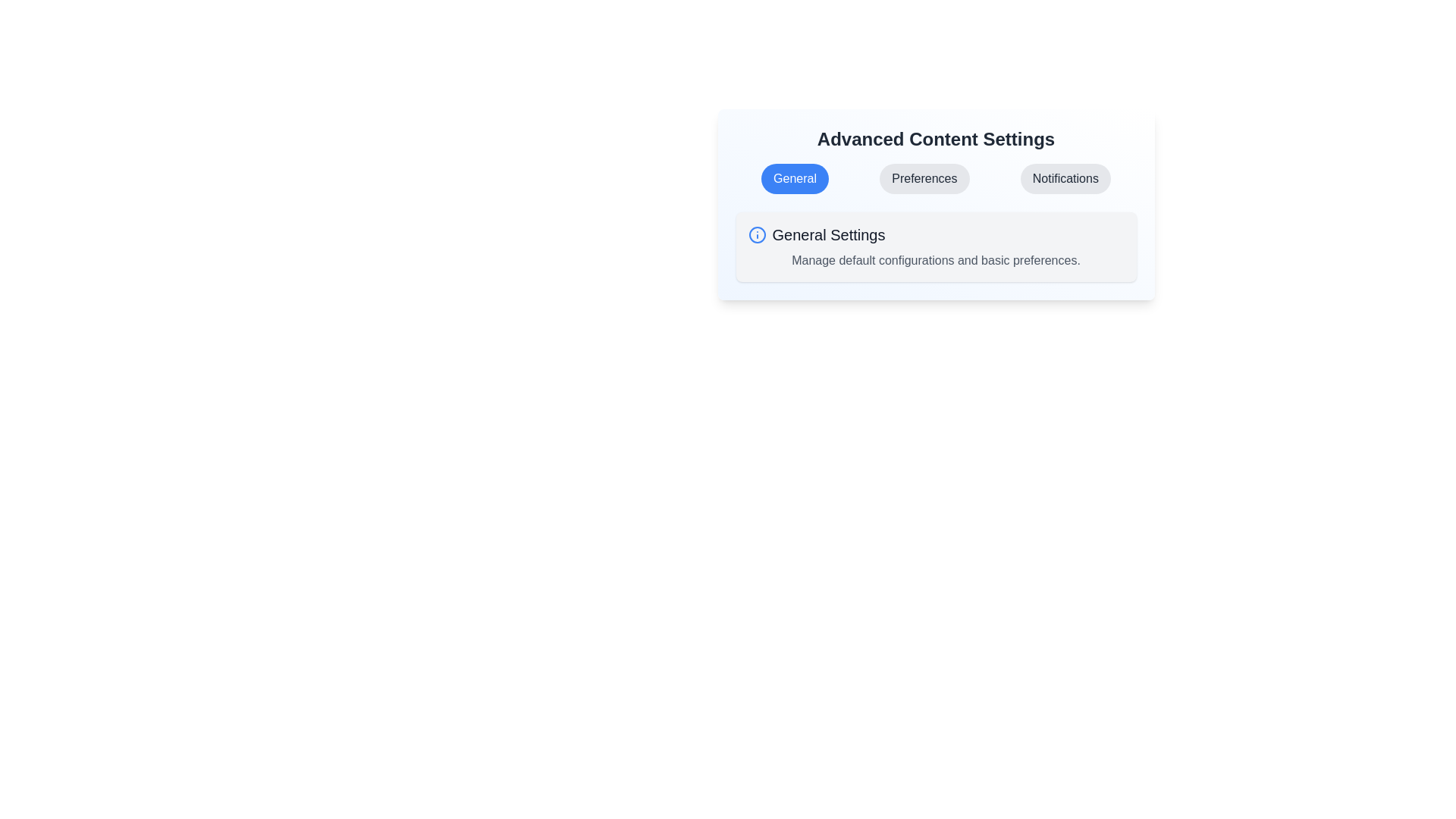 This screenshot has height=819, width=1456. What do you see at coordinates (757, 234) in the screenshot?
I see `the informational icon located next to the 'General Settings' text under 'Advanced Content Settings'` at bounding box center [757, 234].